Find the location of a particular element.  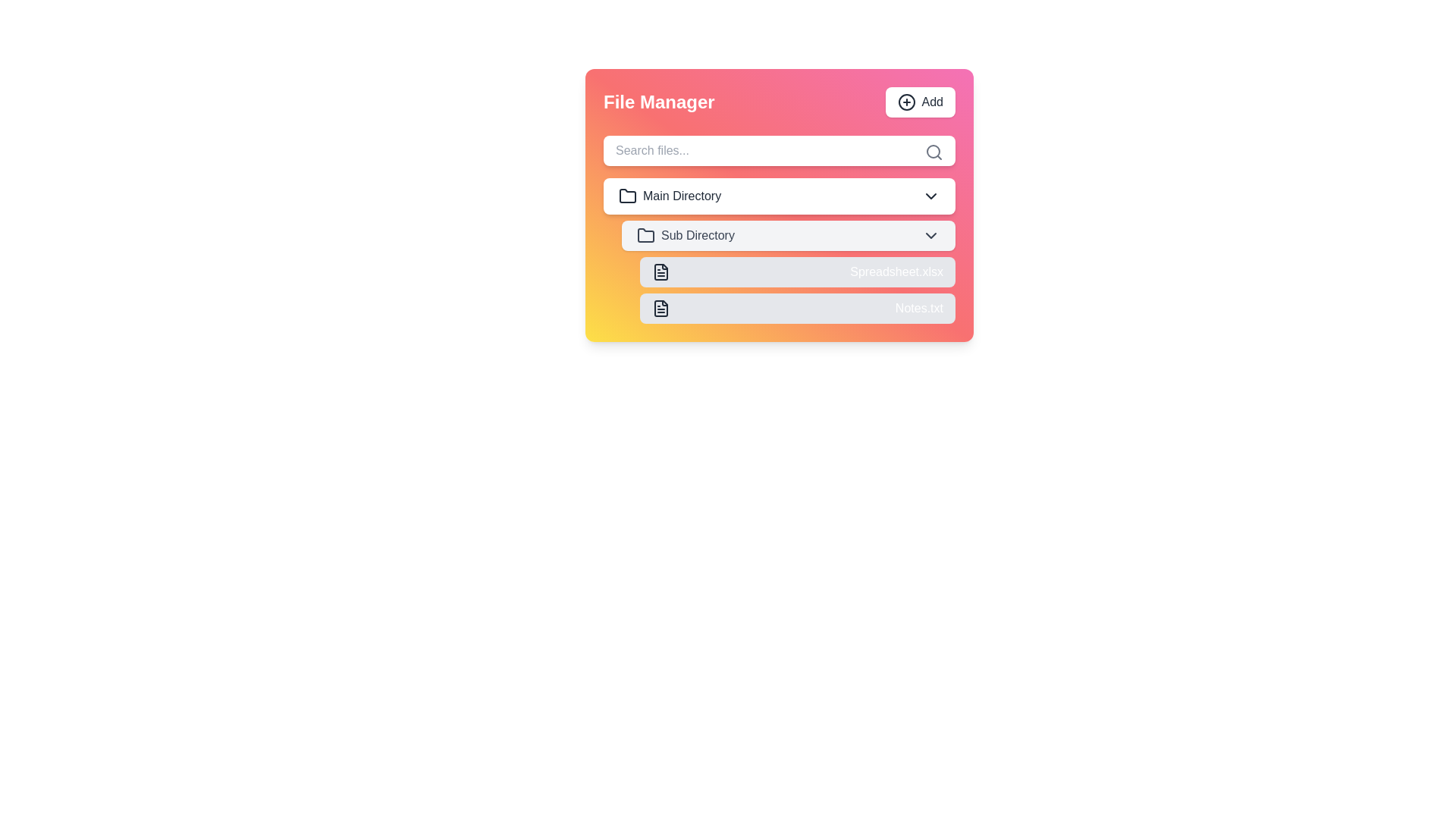

the text file icon for 'Notes.txt' located at the bottom of the file list in the File Manager interface is located at coordinates (661, 308).